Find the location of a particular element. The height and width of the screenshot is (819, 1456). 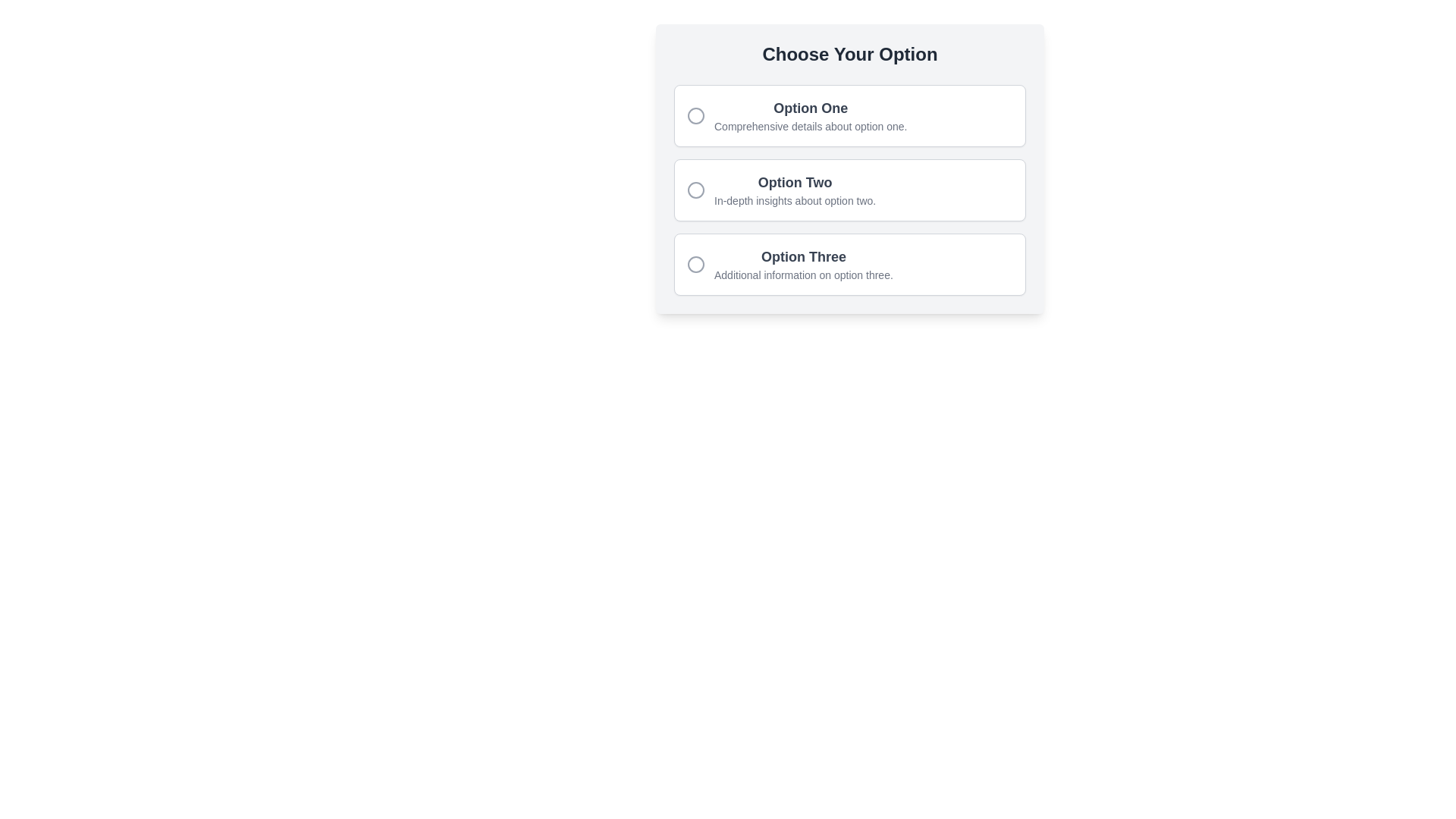

the circular icon indicating the selection for 'Option Three' to mark it as selected is located at coordinates (695, 263).